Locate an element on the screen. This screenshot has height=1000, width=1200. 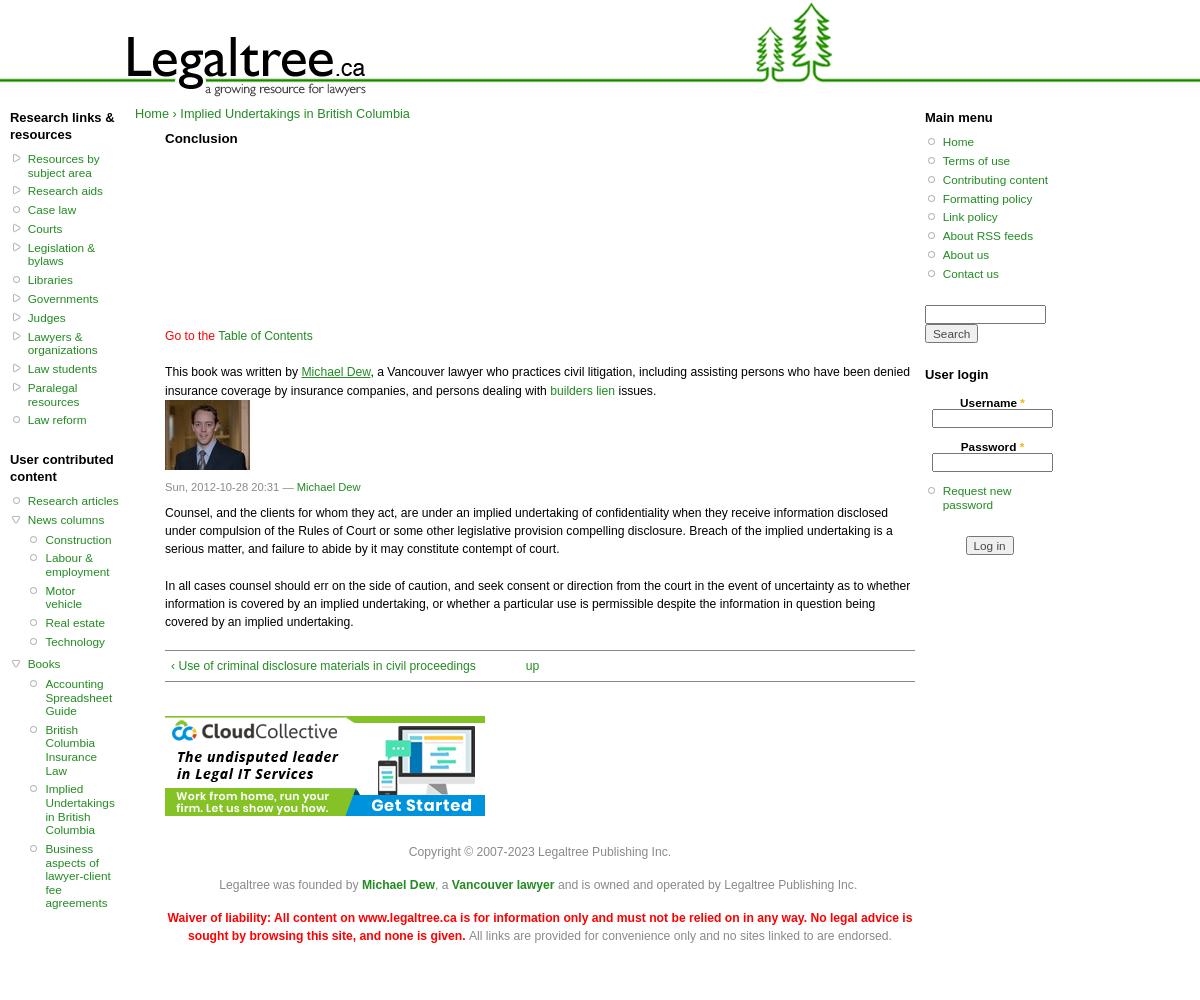
'Research aids' is located at coordinates (65, 189).